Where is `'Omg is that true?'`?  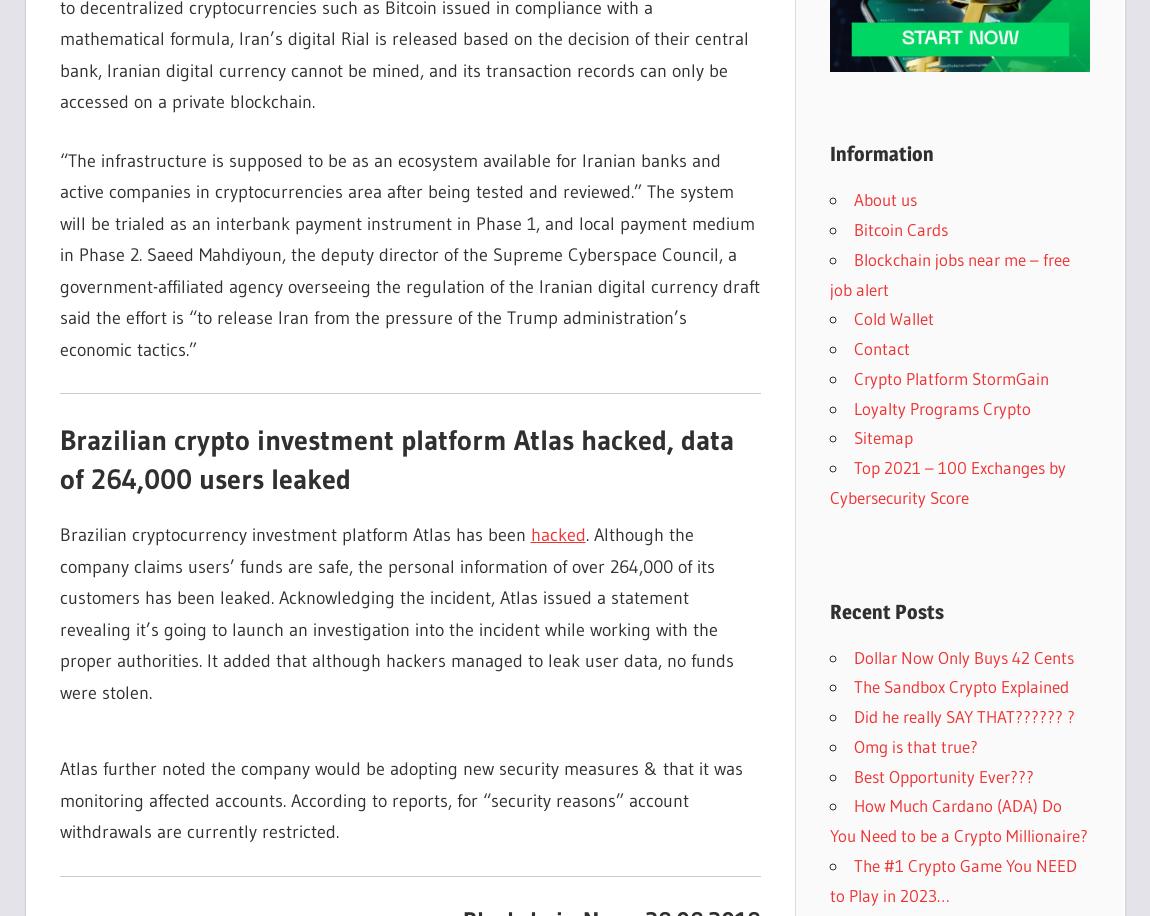 'Omg is that true?' is located at coordinates (915, 744).